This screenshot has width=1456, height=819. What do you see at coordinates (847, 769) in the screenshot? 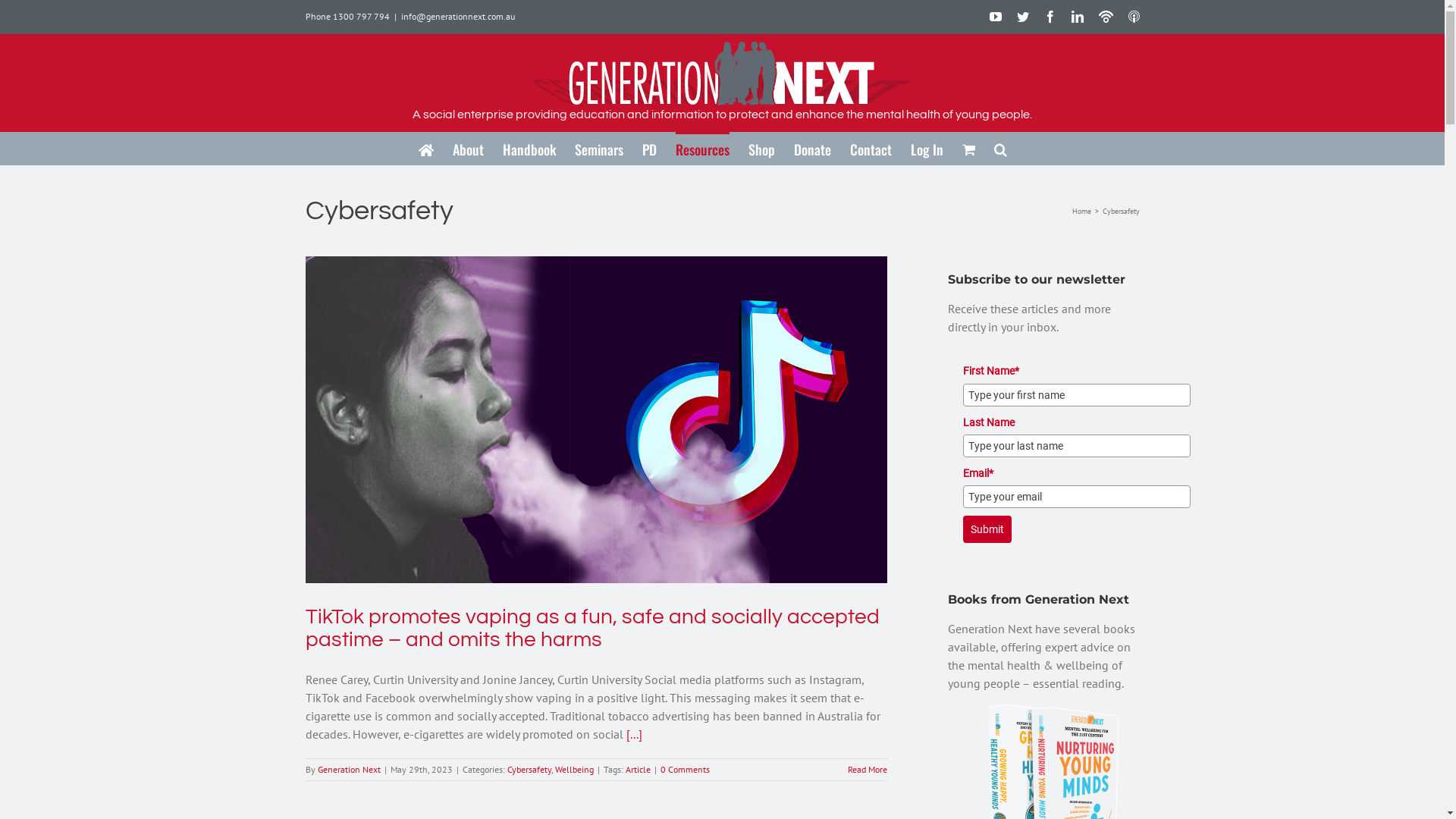
I see `'Read More'` at bounding box center [847, 769].